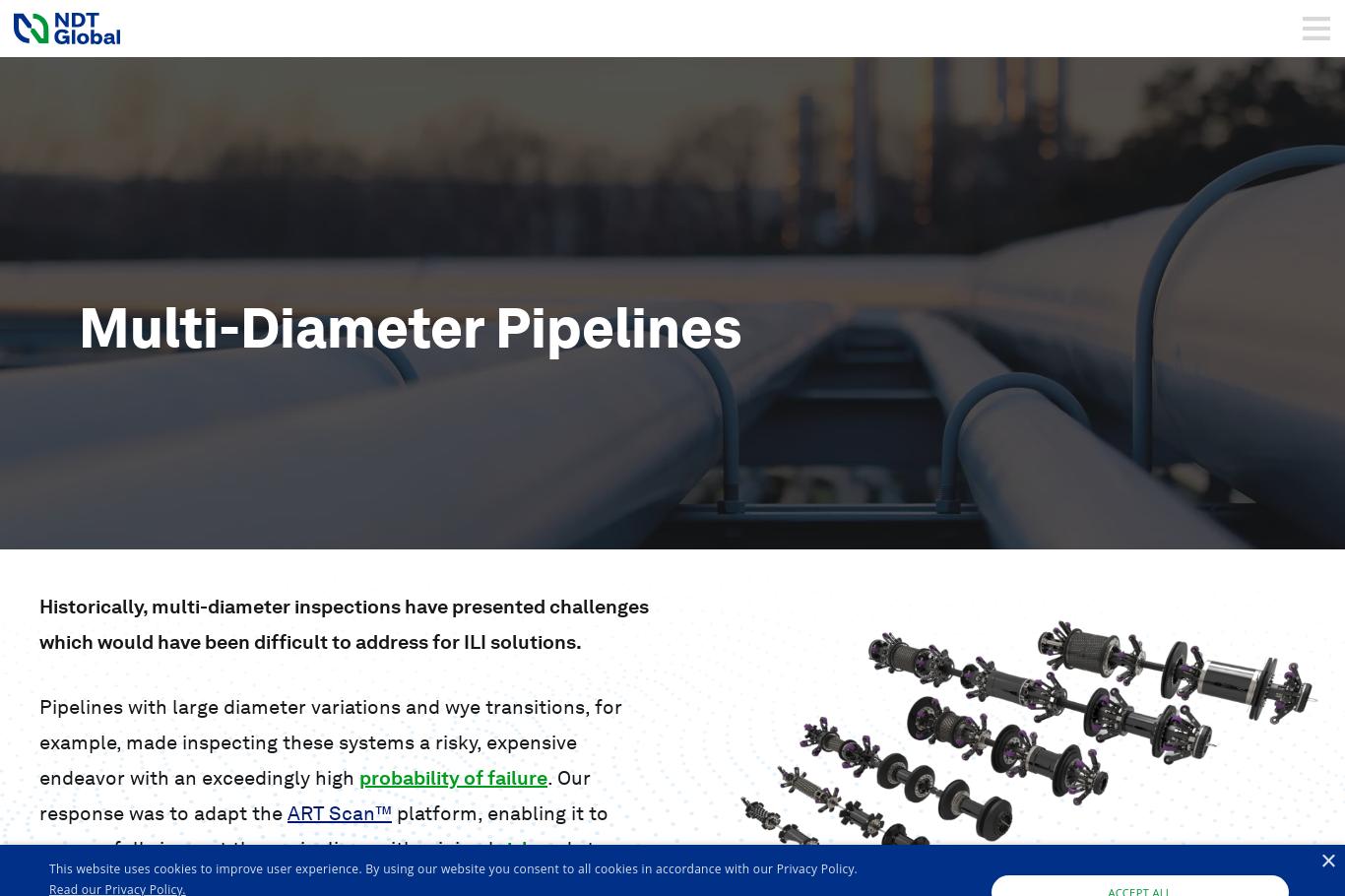 The height and width of the screenshot is (896, 1345). What do you see at coordinates (452, 868) in the screenshot?
I see `'This website uses cookies to improve user experience. By using our website you consent to all cookies in accordance with our Privacy Policy.'` at bounding box center [452, 868].